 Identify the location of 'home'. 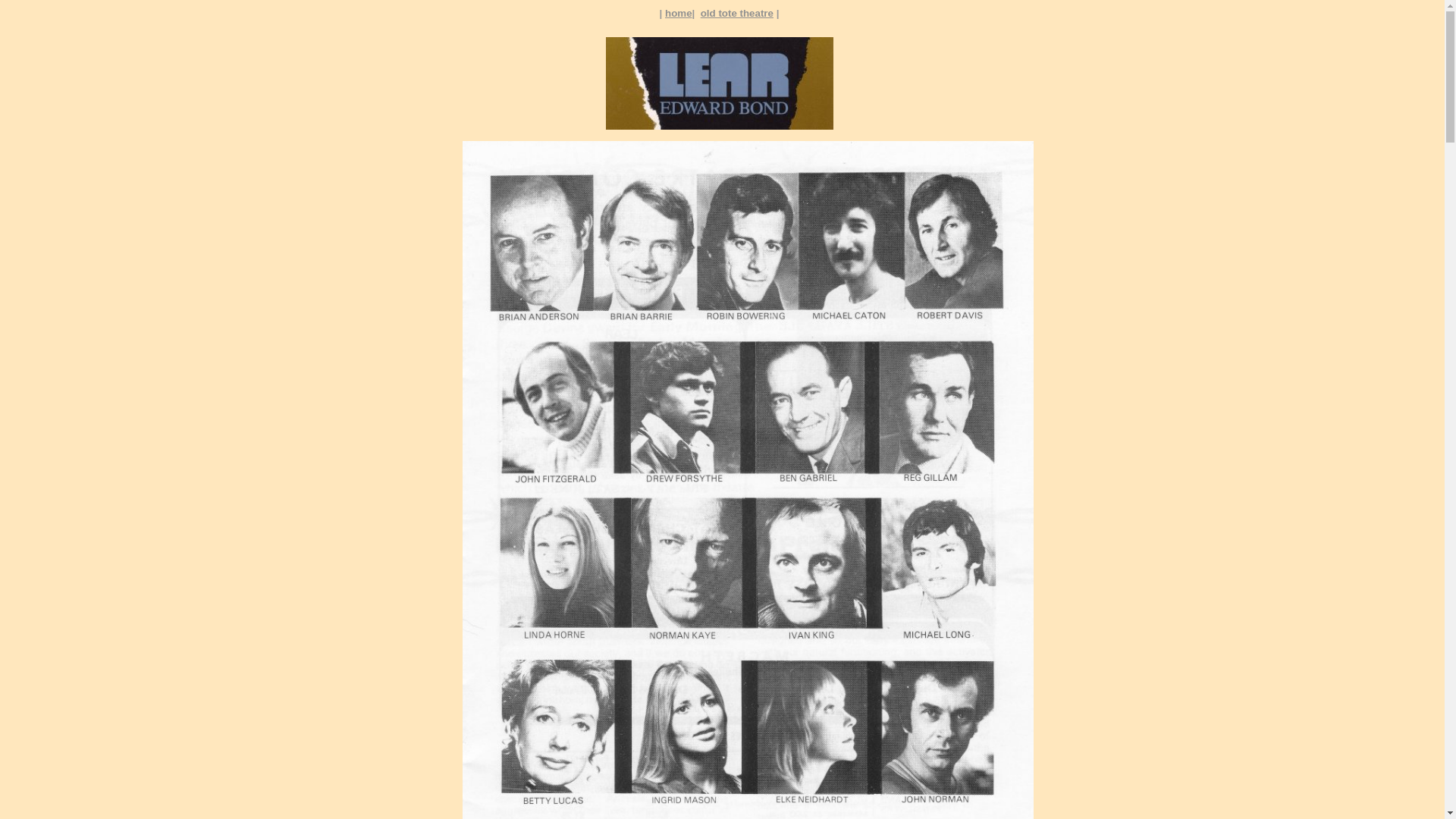
(677, 13).